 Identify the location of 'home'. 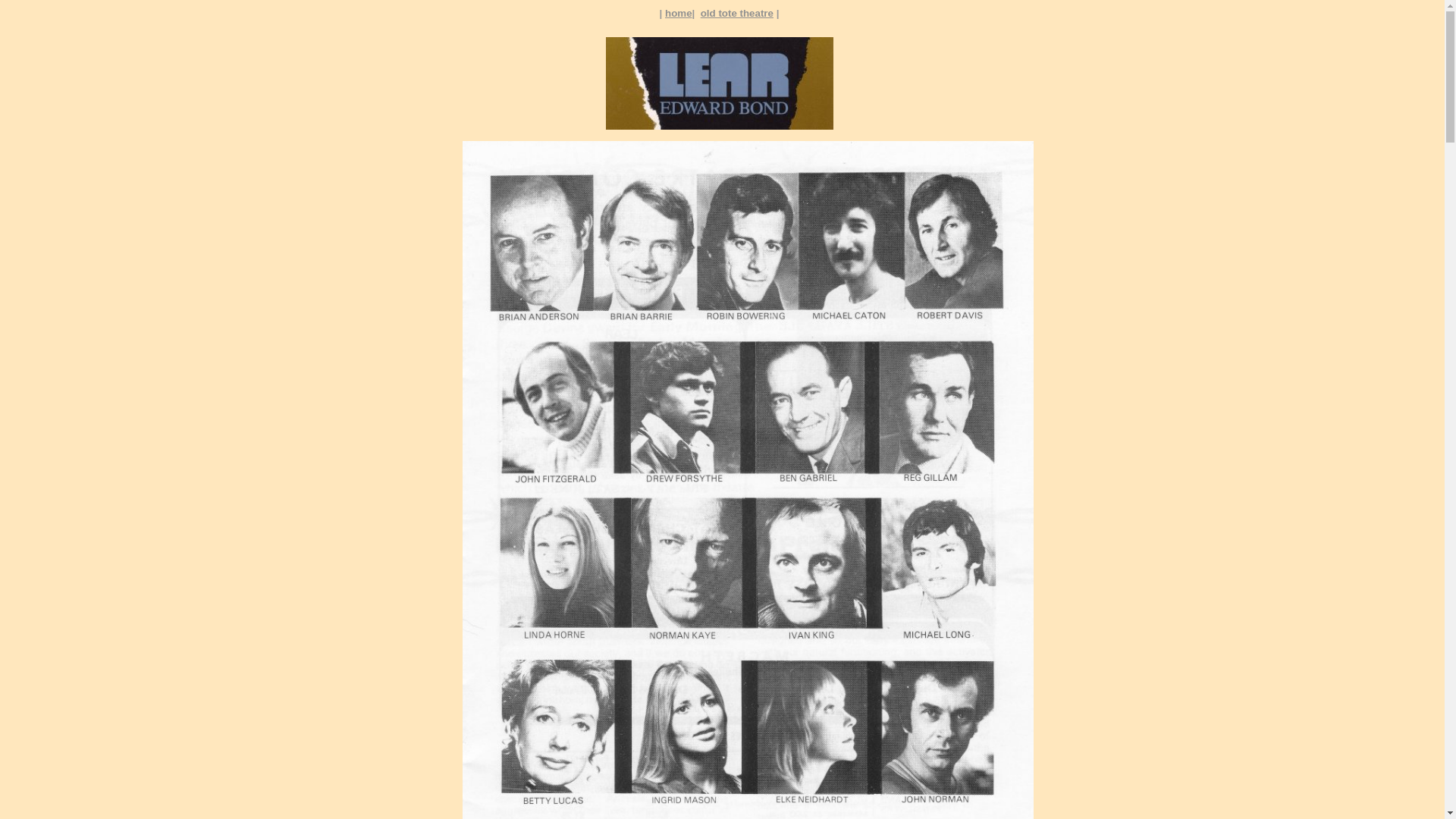
(677, 13).